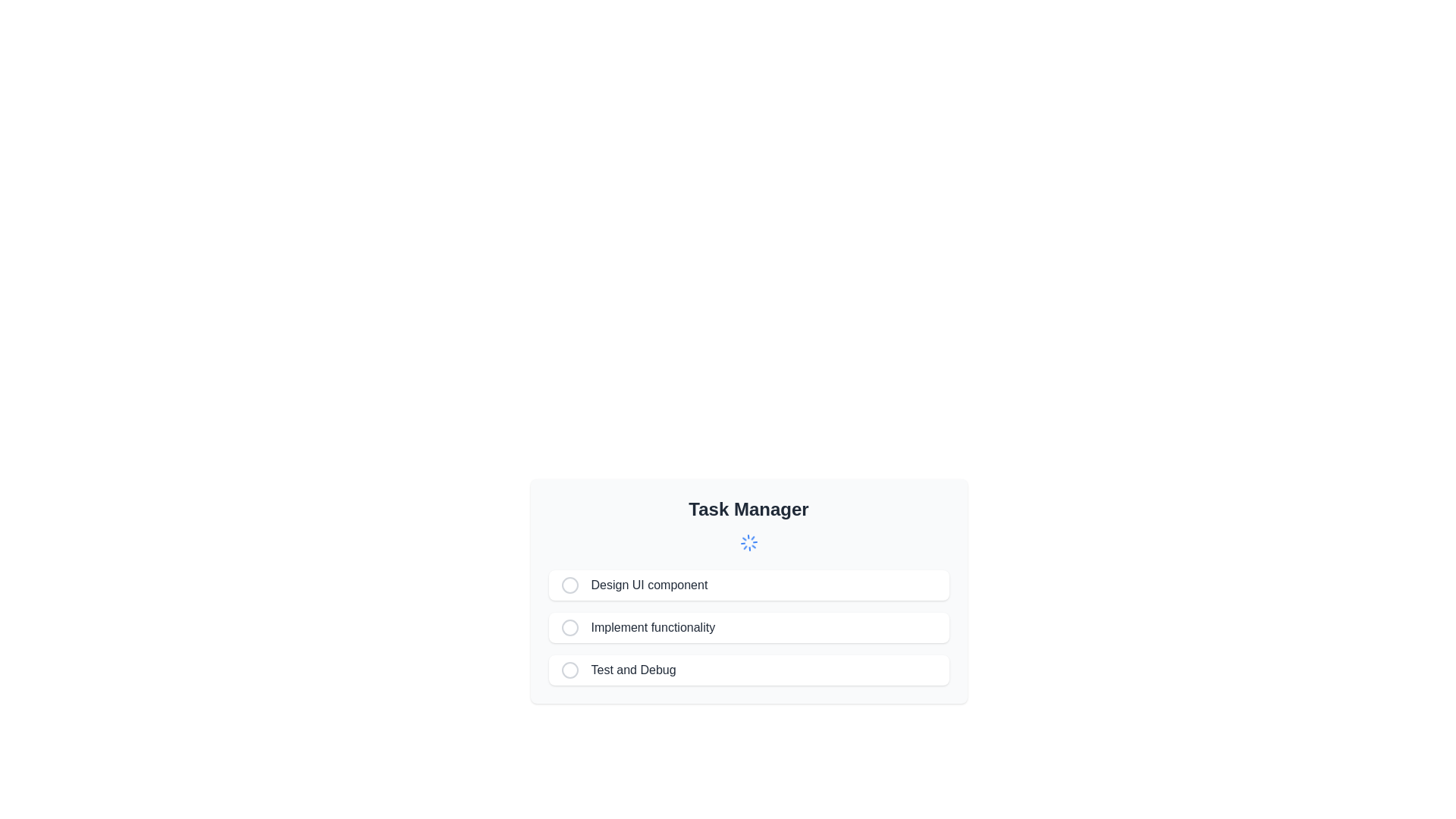 Image resolution: width=1456 pixels, height=819 pixels. What do you see at coordinates (569, 669) in the screenshot?
I see `the third selectable radio button with a gray border located to the left of the text 'Test and Debug'` at bounding box center [569, 669].